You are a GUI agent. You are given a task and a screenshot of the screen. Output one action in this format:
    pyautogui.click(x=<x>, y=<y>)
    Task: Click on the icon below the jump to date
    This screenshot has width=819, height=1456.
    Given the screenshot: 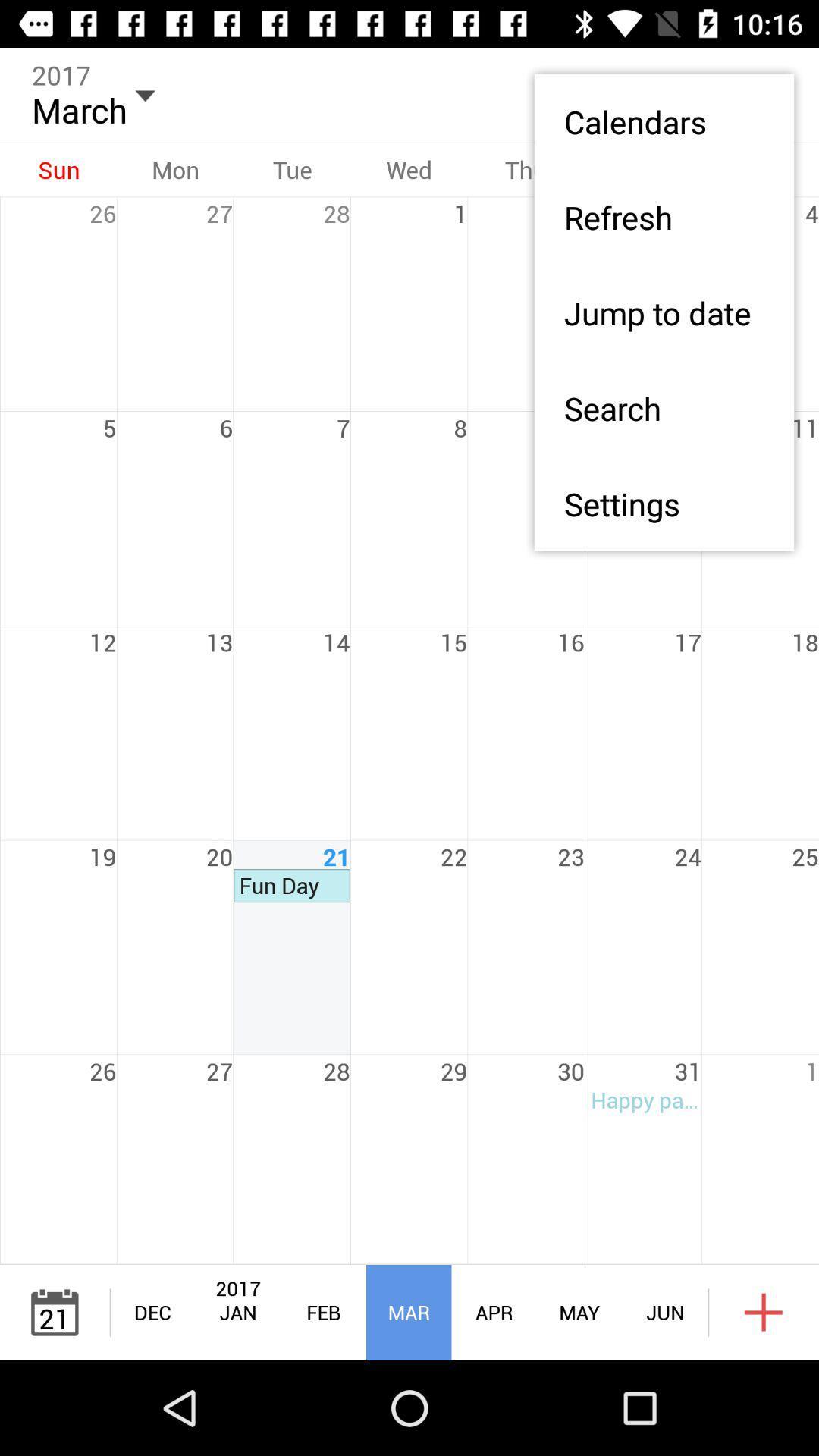 What is the action you would take?
    pyautogui.click(x=663, y=408)
    